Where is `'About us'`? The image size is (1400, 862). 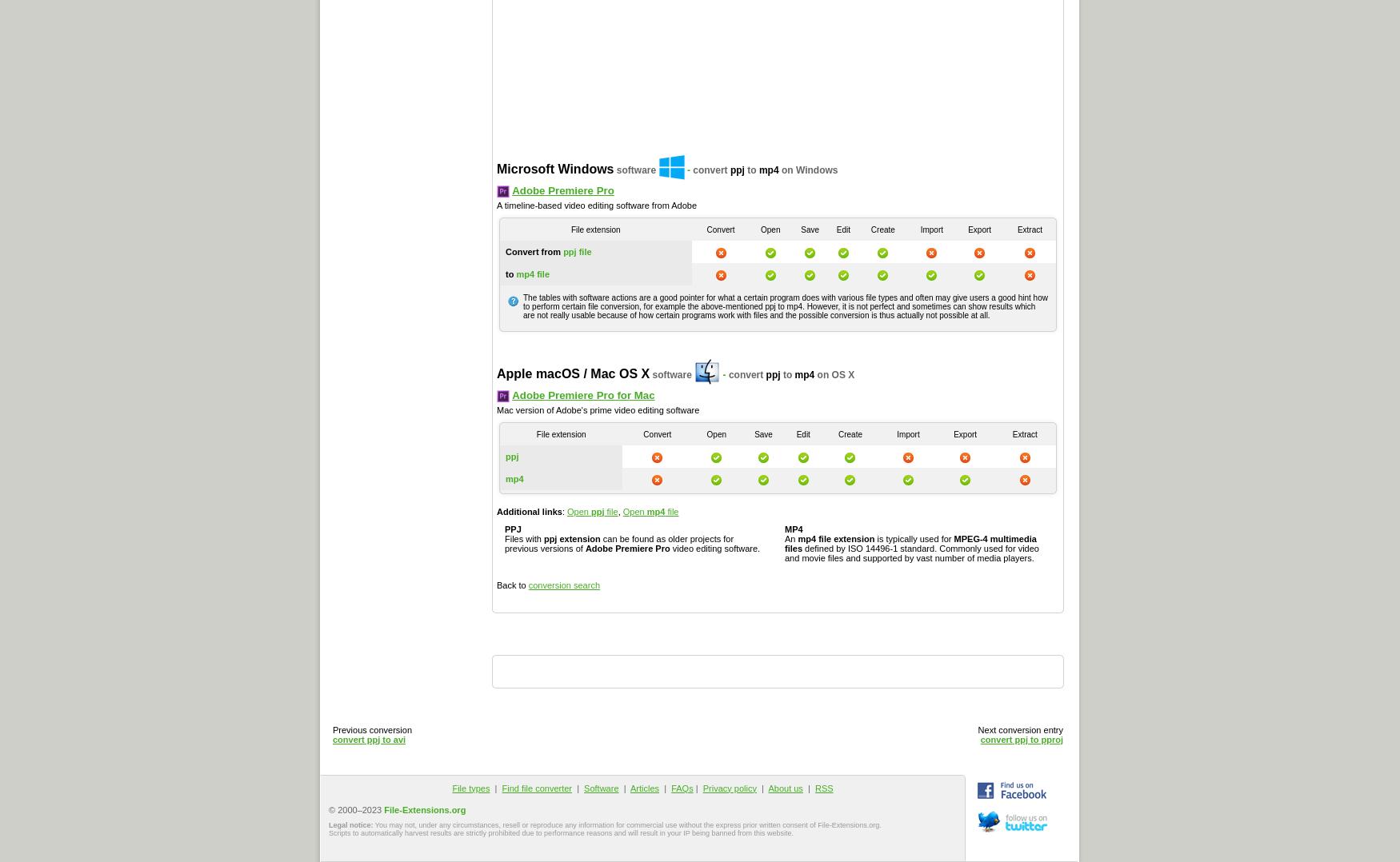 'About us' is located at coordinates (768, 787).